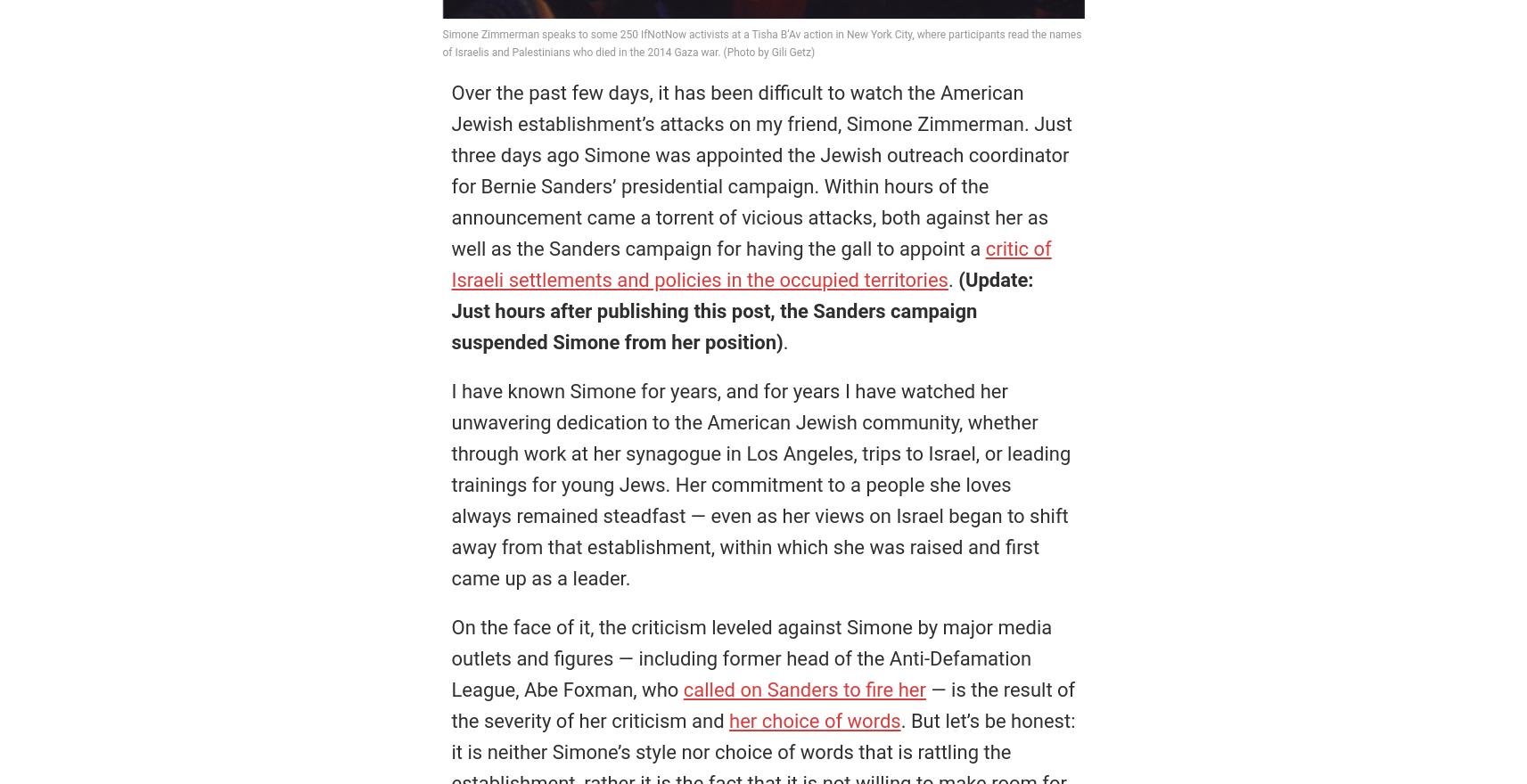 The width and height of the screenshot is (1527, 784). What do you see at coordinates (804, 690) in the screenshot?
I see `'called on Sanders to fire her'` at bounding box center [804, 690].